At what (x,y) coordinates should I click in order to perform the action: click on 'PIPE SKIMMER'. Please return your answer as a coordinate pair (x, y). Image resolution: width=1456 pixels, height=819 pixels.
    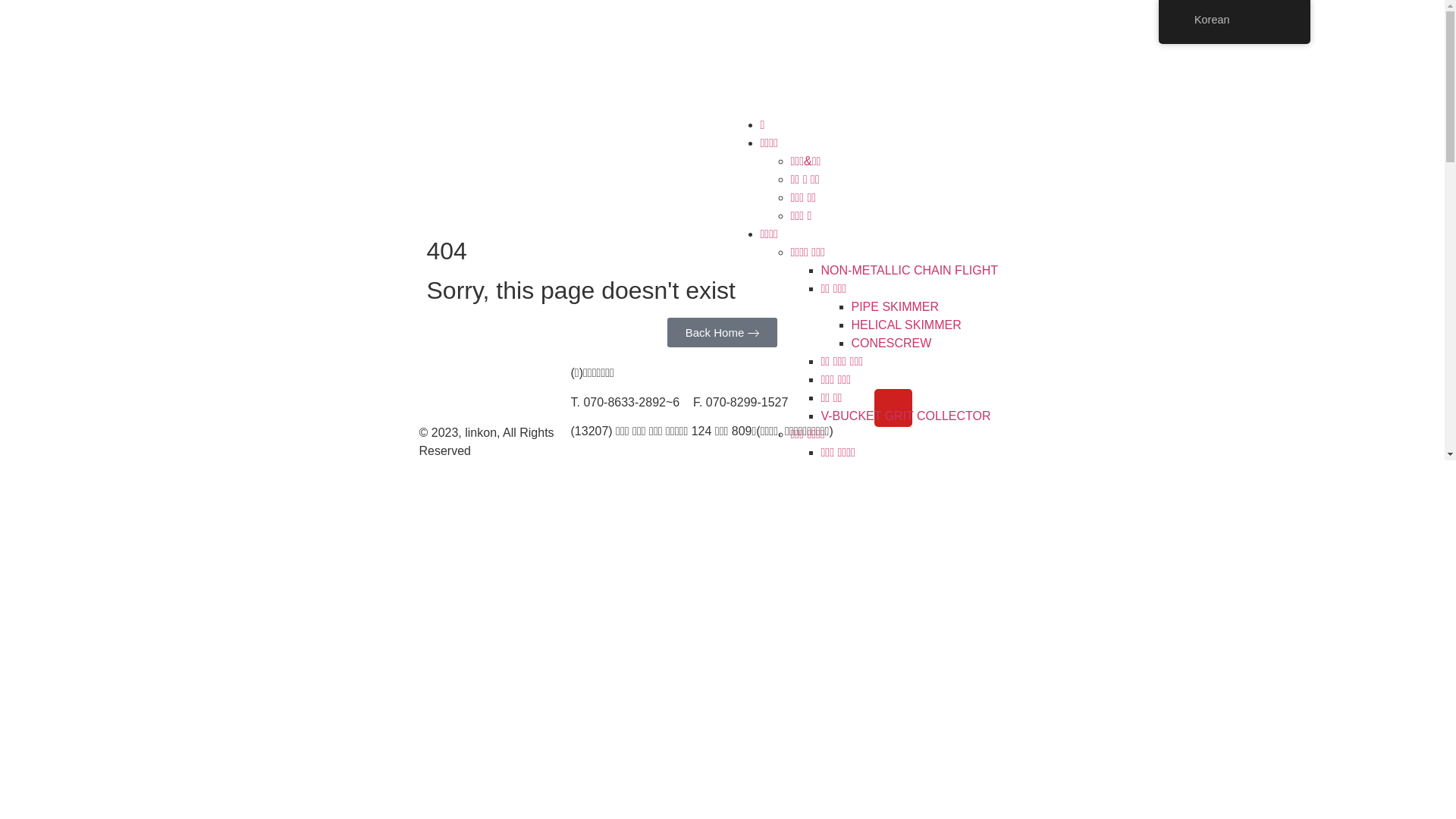
    Looking at the image, I should click on (895, 306).